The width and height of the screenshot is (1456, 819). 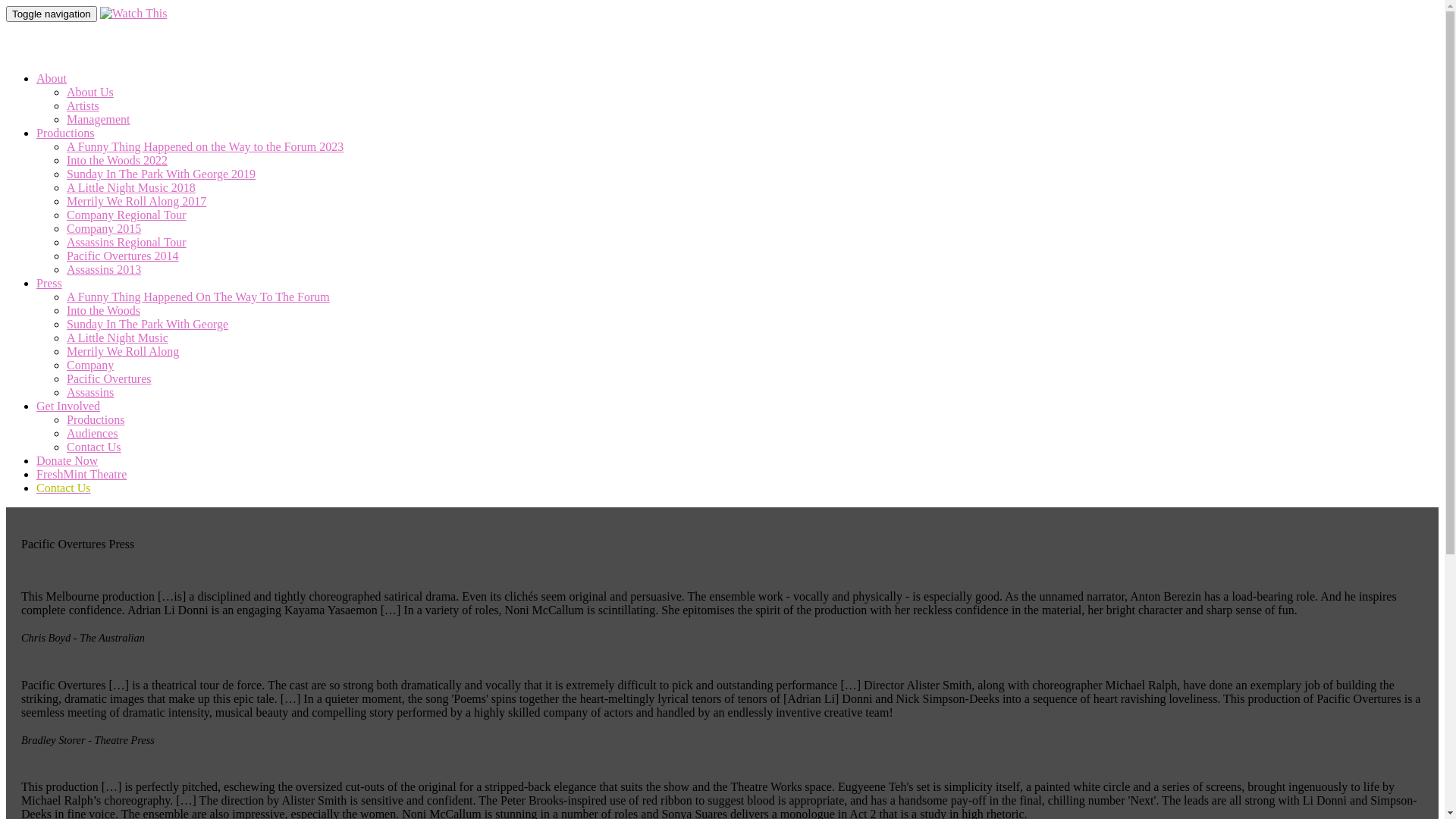 I want to click on 'Artists', so click(x=82, y=105).